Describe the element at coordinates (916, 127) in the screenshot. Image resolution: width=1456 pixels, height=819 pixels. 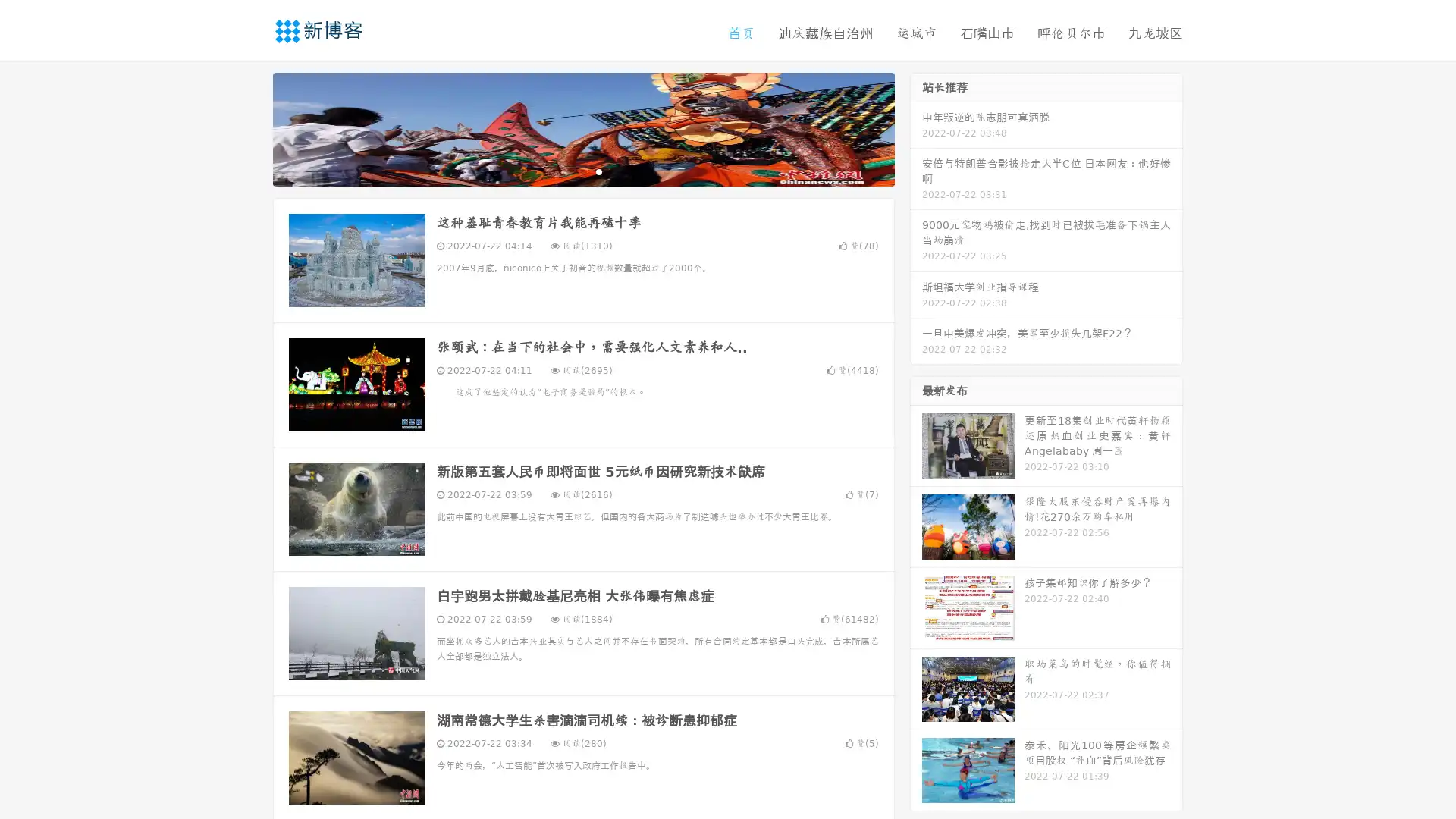
I see `Next slide` at that location.